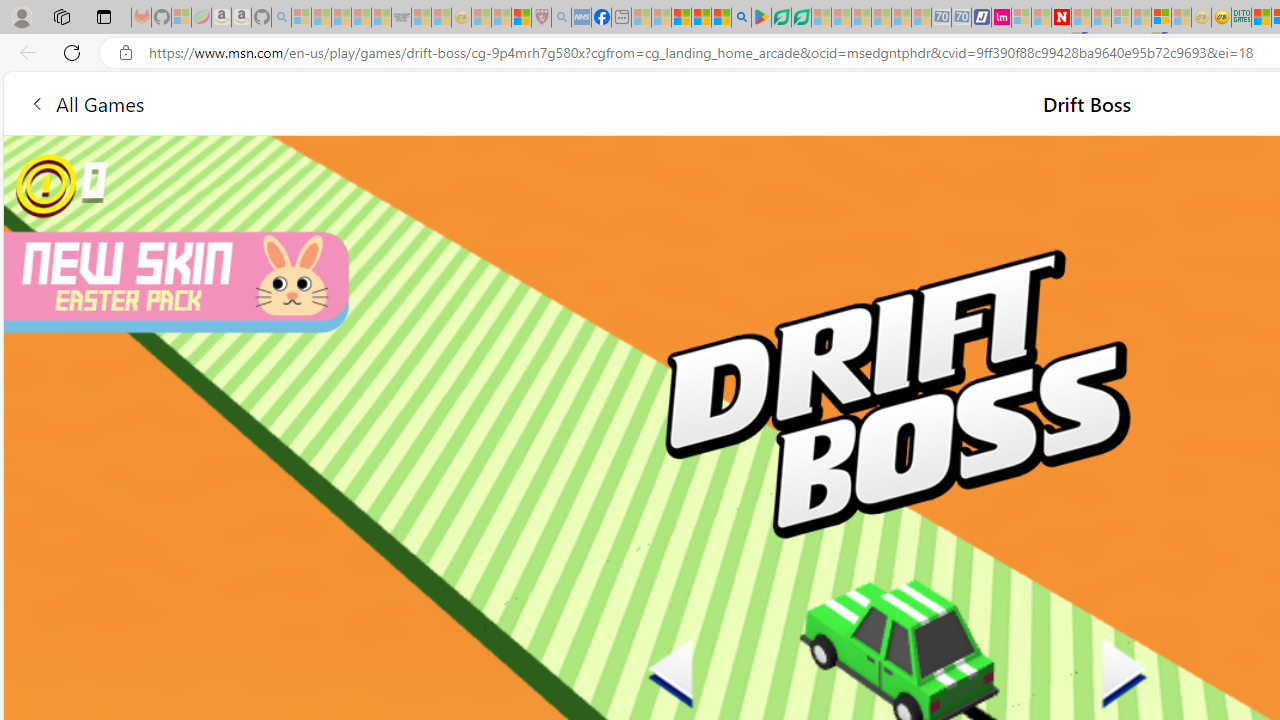 The image size is (1280, 720). What do you see at coordinates (181, 17) in the screenshot?
I see `'Microsoft-Report a Concern to Bing - Sleeping'` at bounding box center [181, 17].